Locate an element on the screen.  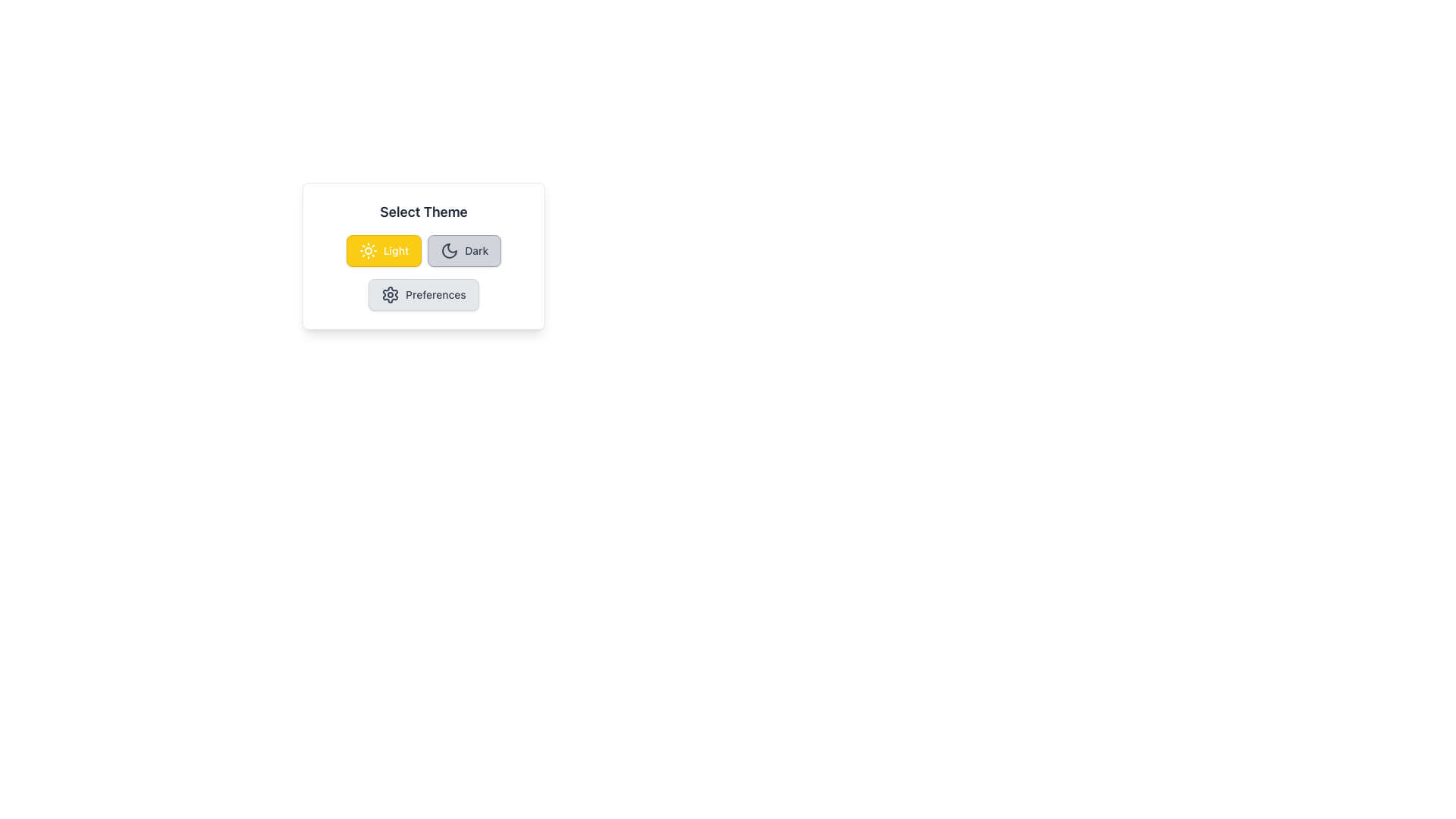
the outer gear icon of the 'Preferences' button located below the 'Select Theme' heading is located at coordinates (391, 295).